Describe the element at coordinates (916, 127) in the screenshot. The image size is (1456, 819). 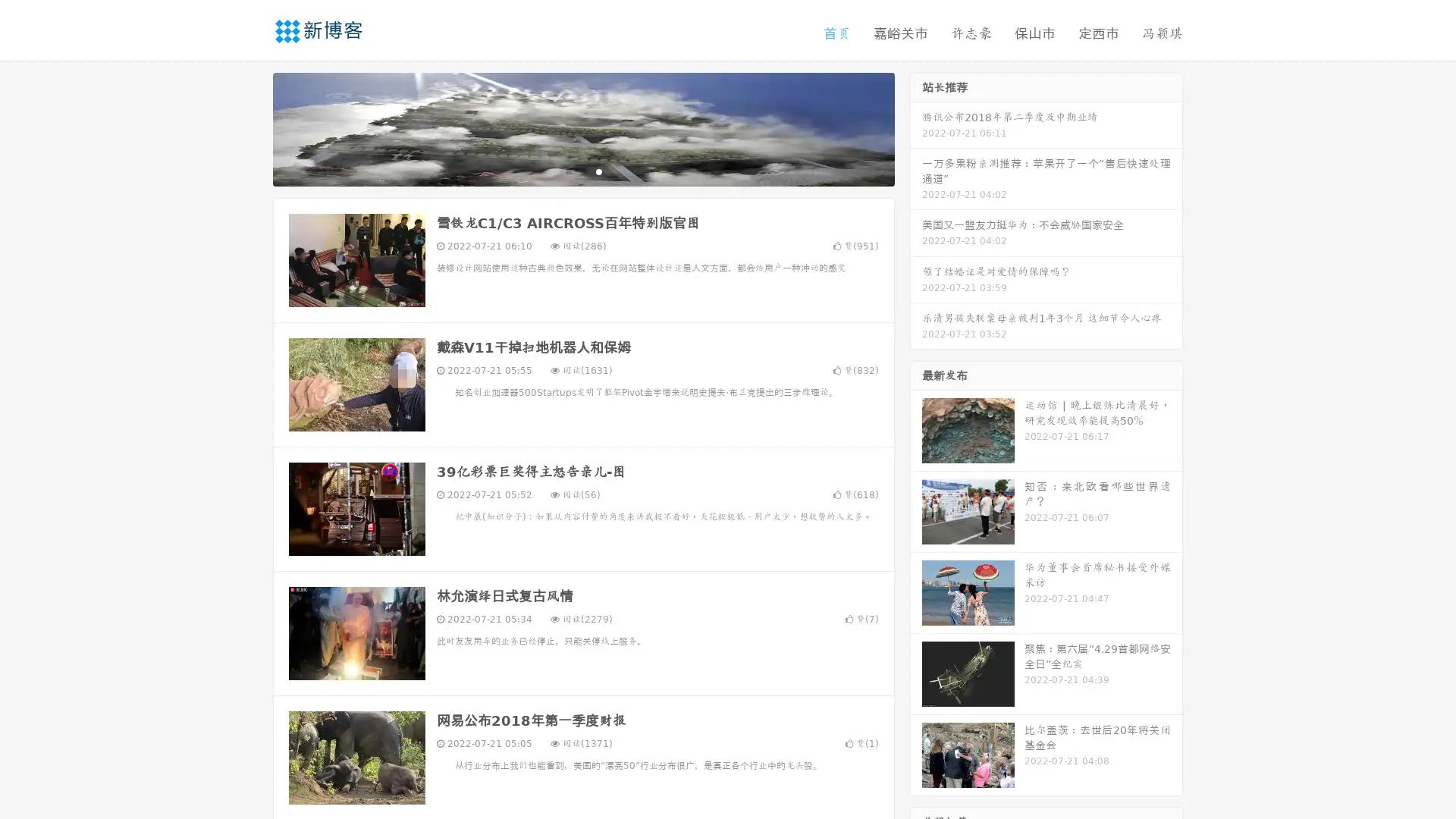
I see `Next slide` at that location.